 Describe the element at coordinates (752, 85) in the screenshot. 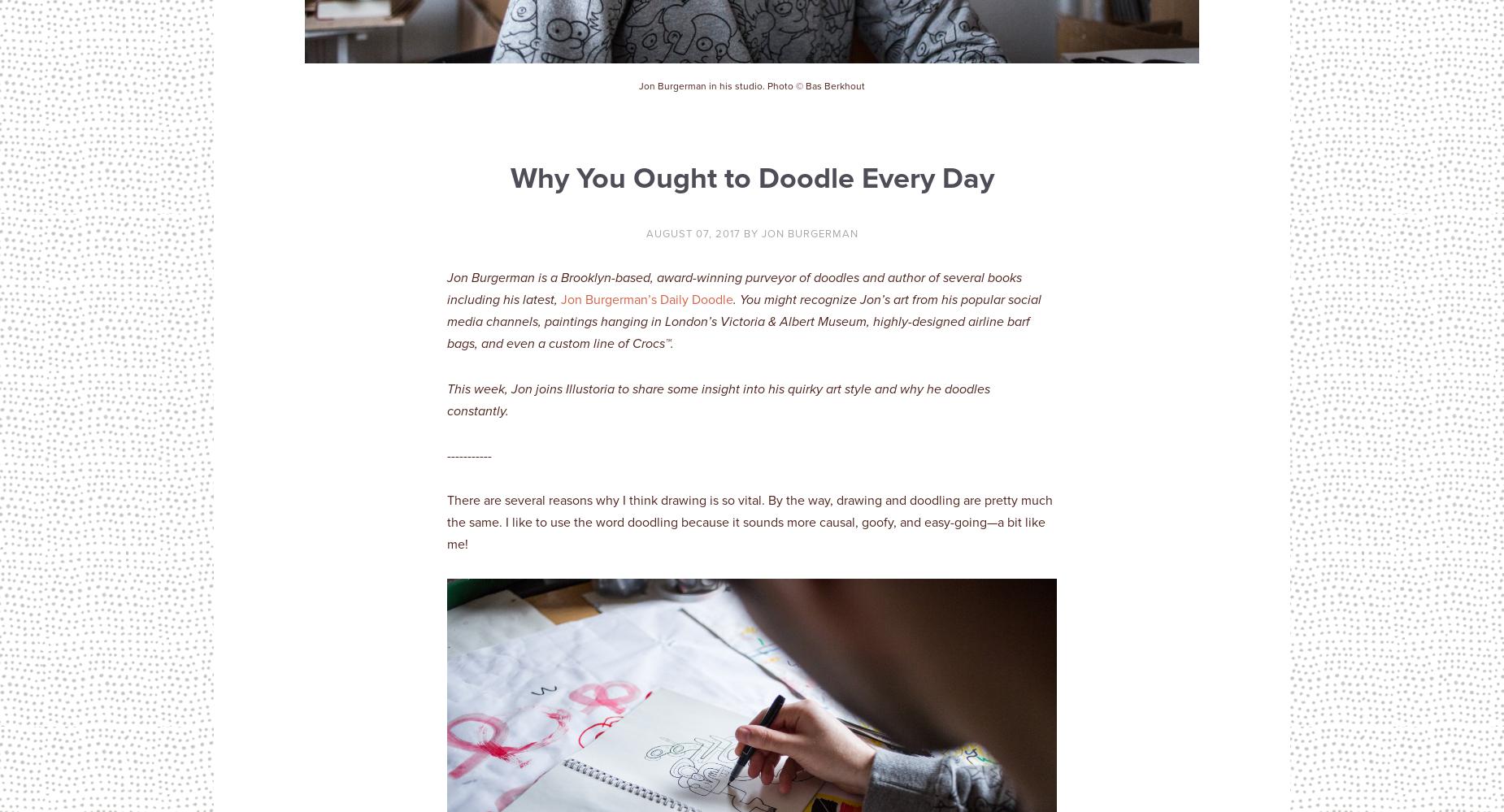

I see `'Jon Burgerman in his studio. Photo © Bas Berkhout'` at that location.